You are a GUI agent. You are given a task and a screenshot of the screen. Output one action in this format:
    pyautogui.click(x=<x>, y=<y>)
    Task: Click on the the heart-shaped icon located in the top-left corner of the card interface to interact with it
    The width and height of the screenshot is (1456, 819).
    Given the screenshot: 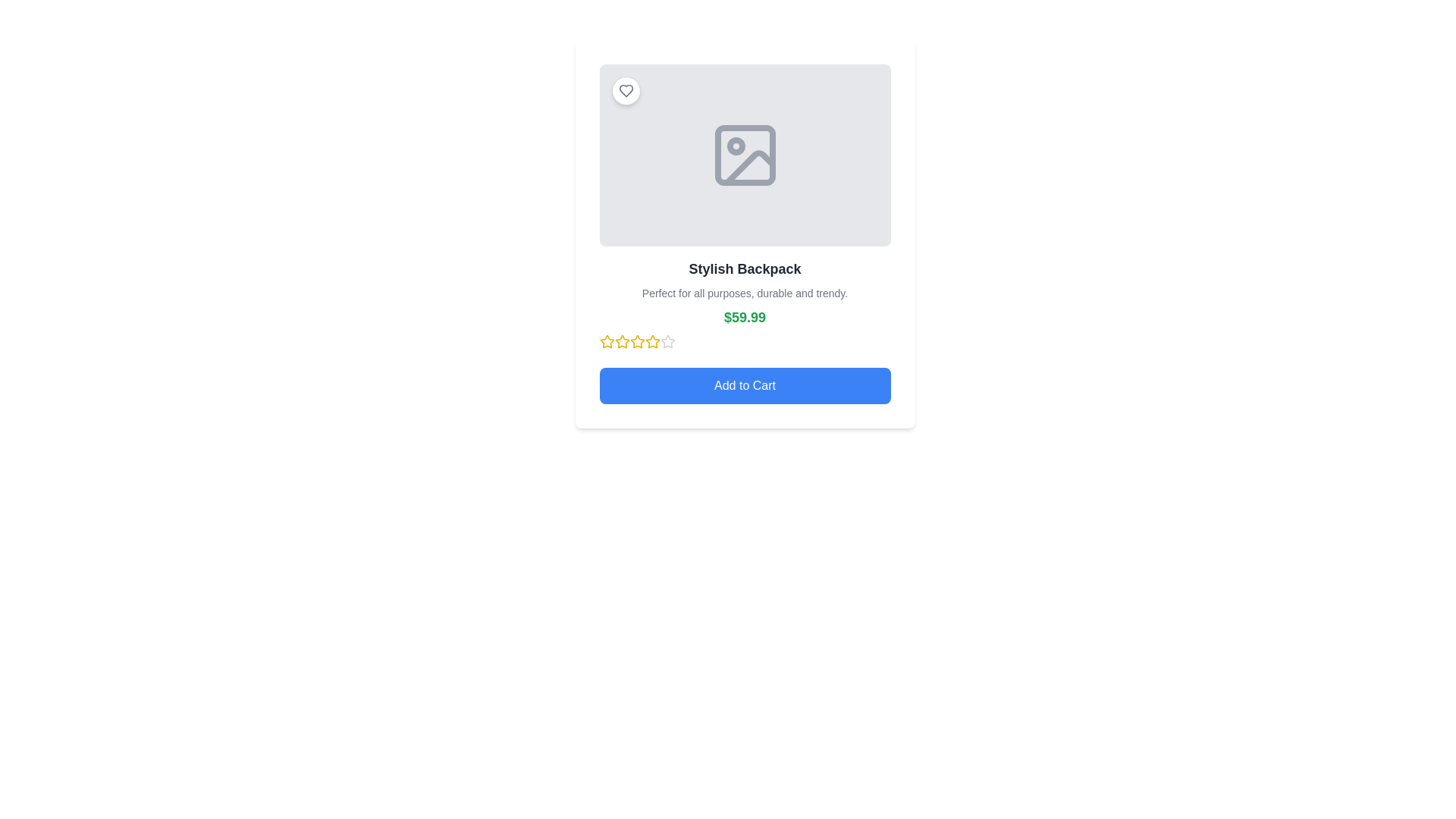 What is the action you would take?
    pyautogui.click(x=626, y=90)
    